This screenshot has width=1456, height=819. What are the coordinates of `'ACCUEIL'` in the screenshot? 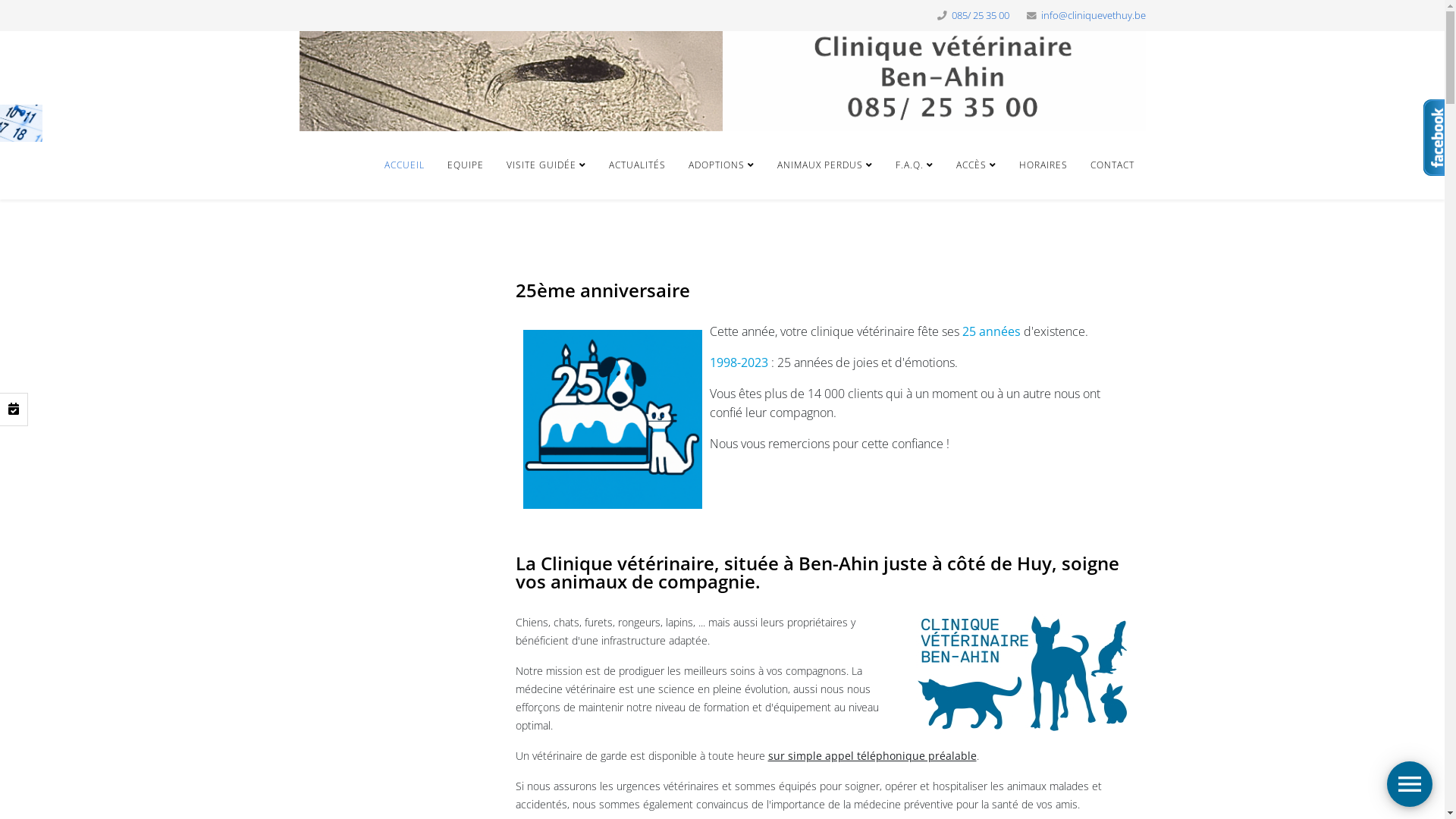 It's located at (404, 165).